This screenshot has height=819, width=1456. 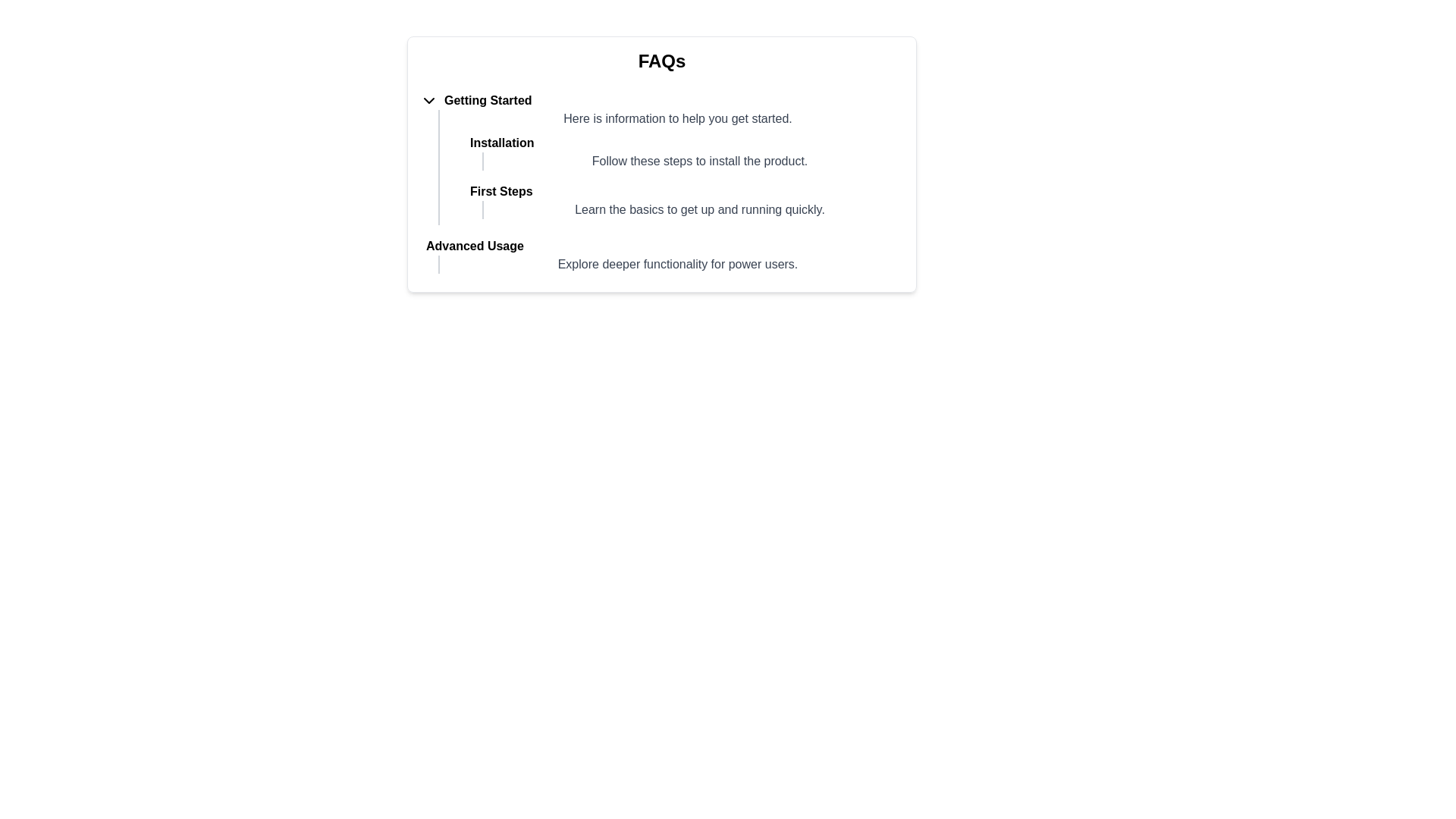 I want to click on instructional text located in the 'FAQs' section under the 'Installation' heading, positioned directly below the heading title, and above the 'First Steps' section, so click(x=692, y=161).